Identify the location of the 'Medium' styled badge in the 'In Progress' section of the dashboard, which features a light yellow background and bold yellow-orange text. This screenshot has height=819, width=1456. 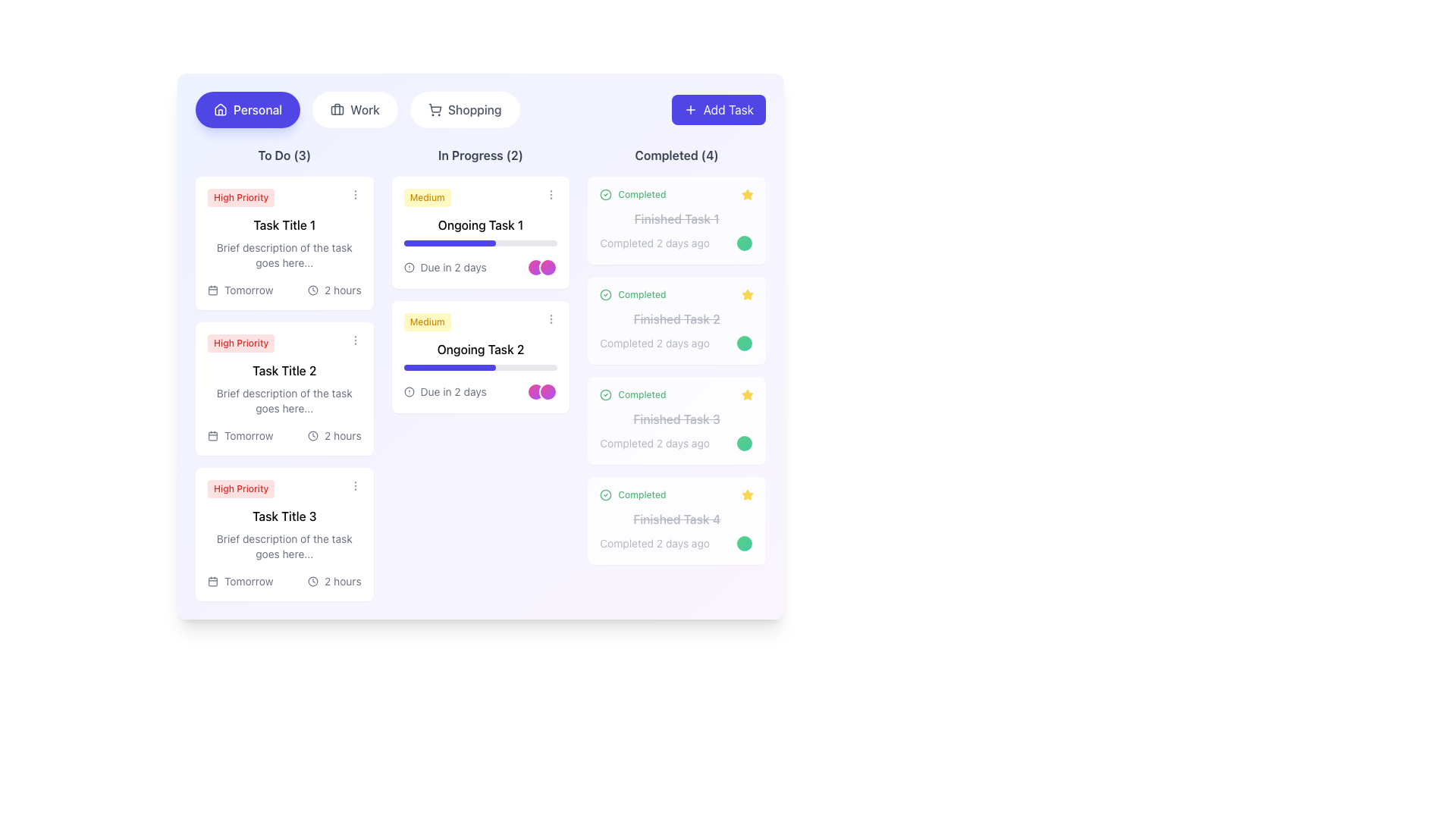
(426, 197).